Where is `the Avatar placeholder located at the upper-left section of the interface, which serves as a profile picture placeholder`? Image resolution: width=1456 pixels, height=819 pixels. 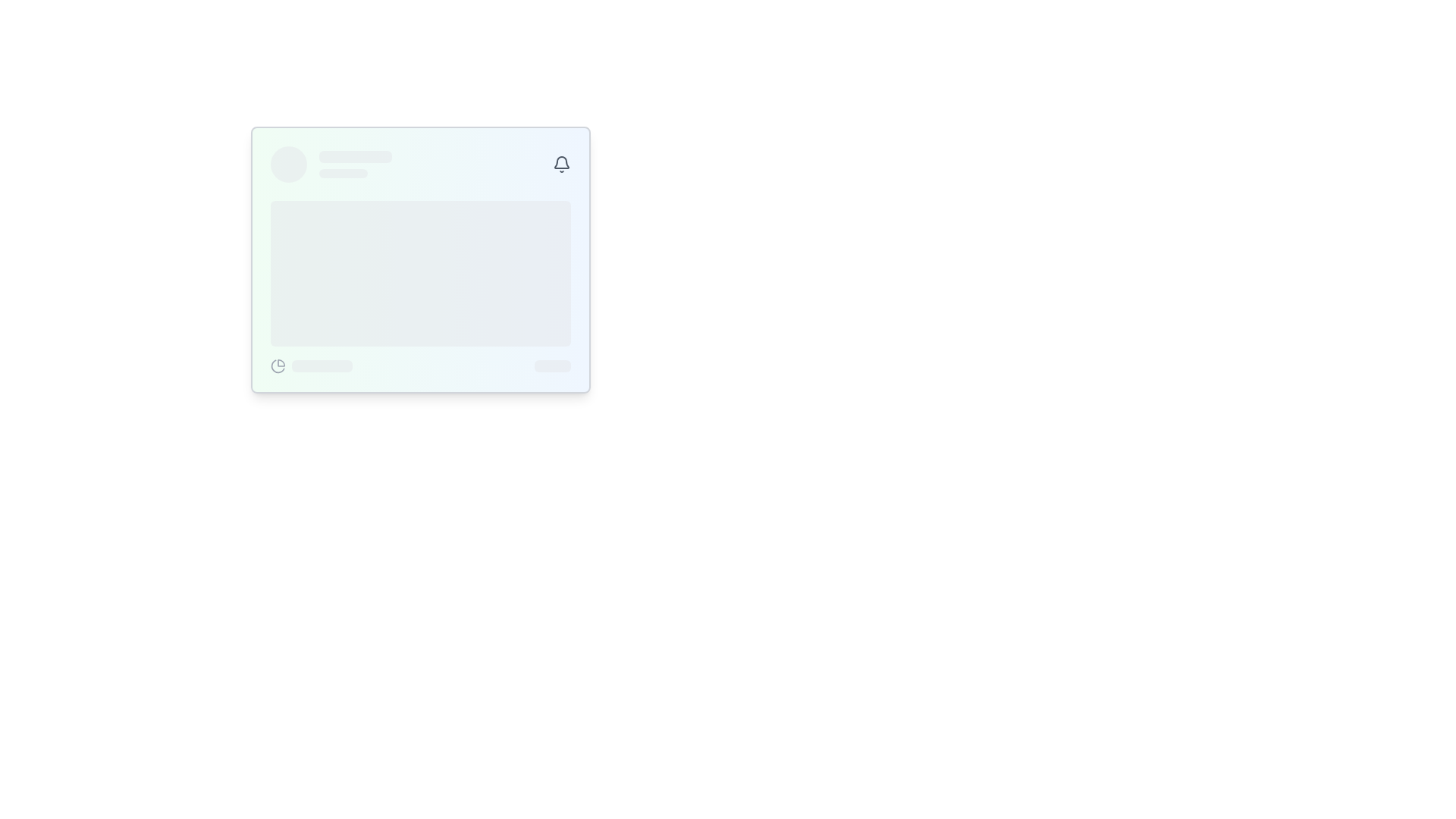 the Avatar placeholder located at the upper-left section of the interface, which serves as a profile picture placeholder is located at coordinates (288, 164).